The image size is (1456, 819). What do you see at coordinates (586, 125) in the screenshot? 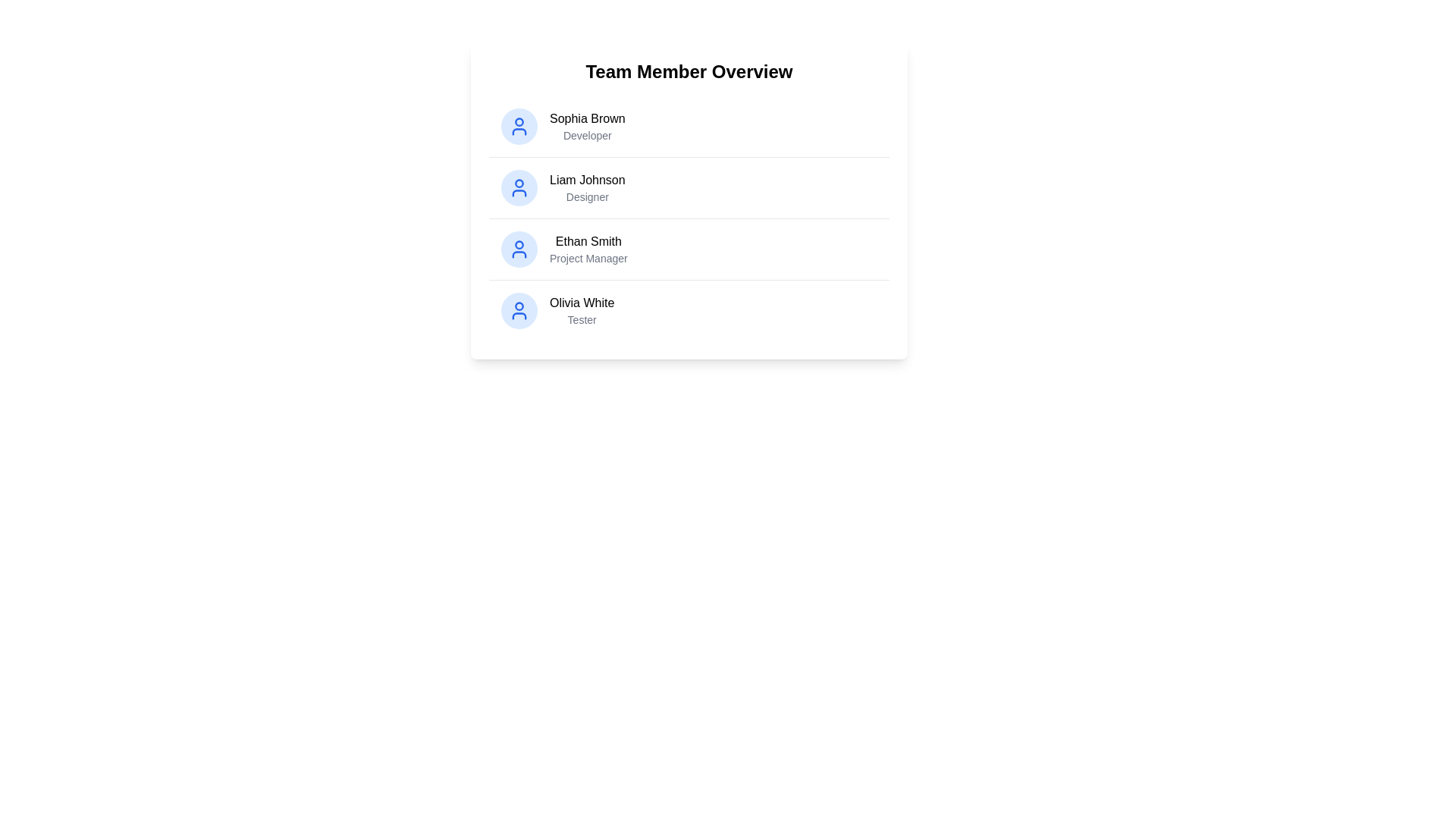
I see `the information of the first team member entry, displaying their name and role, located directly to the right of the first circular user icon in the 'Team Member Overview' section` at bounding box center [586, 125].